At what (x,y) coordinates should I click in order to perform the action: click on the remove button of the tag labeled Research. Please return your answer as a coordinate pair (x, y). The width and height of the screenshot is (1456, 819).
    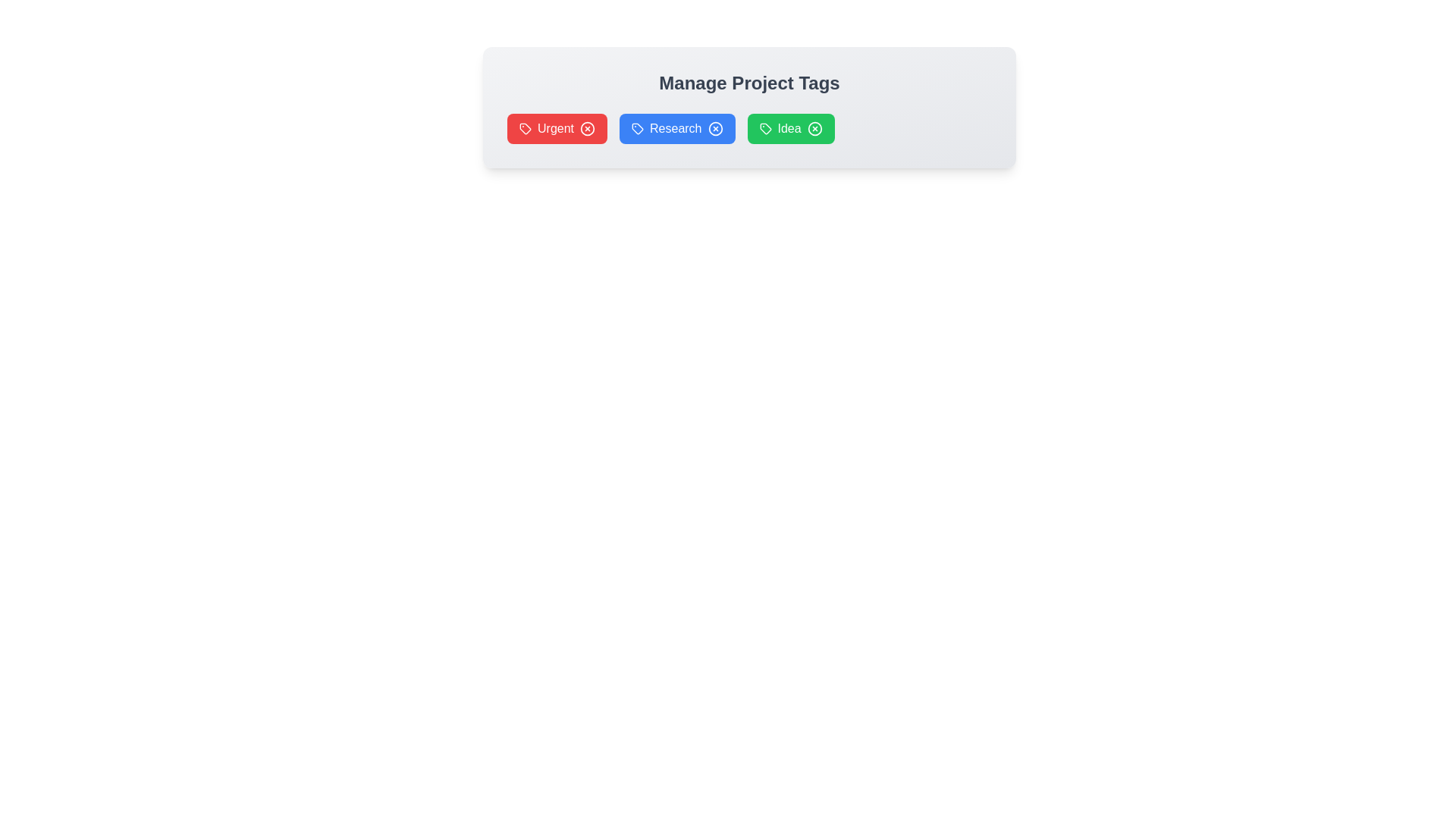
    Looking at the image, I should click on (714, 127).